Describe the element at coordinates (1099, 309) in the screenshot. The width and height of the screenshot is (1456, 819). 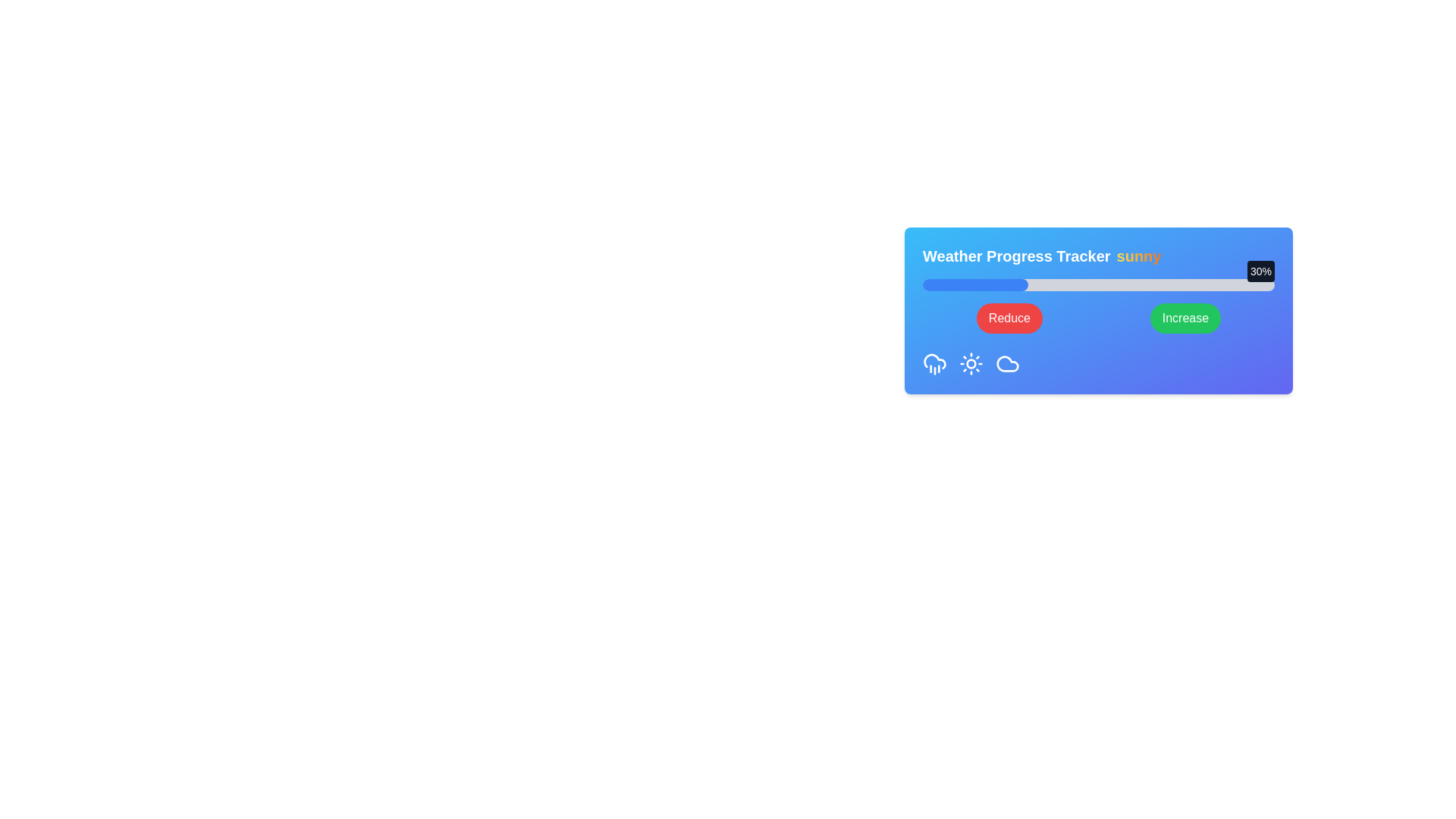
I see `the weather icons located within the Dashboard panel, which features a gradient background and various UI components, for potential interactions` at that location.